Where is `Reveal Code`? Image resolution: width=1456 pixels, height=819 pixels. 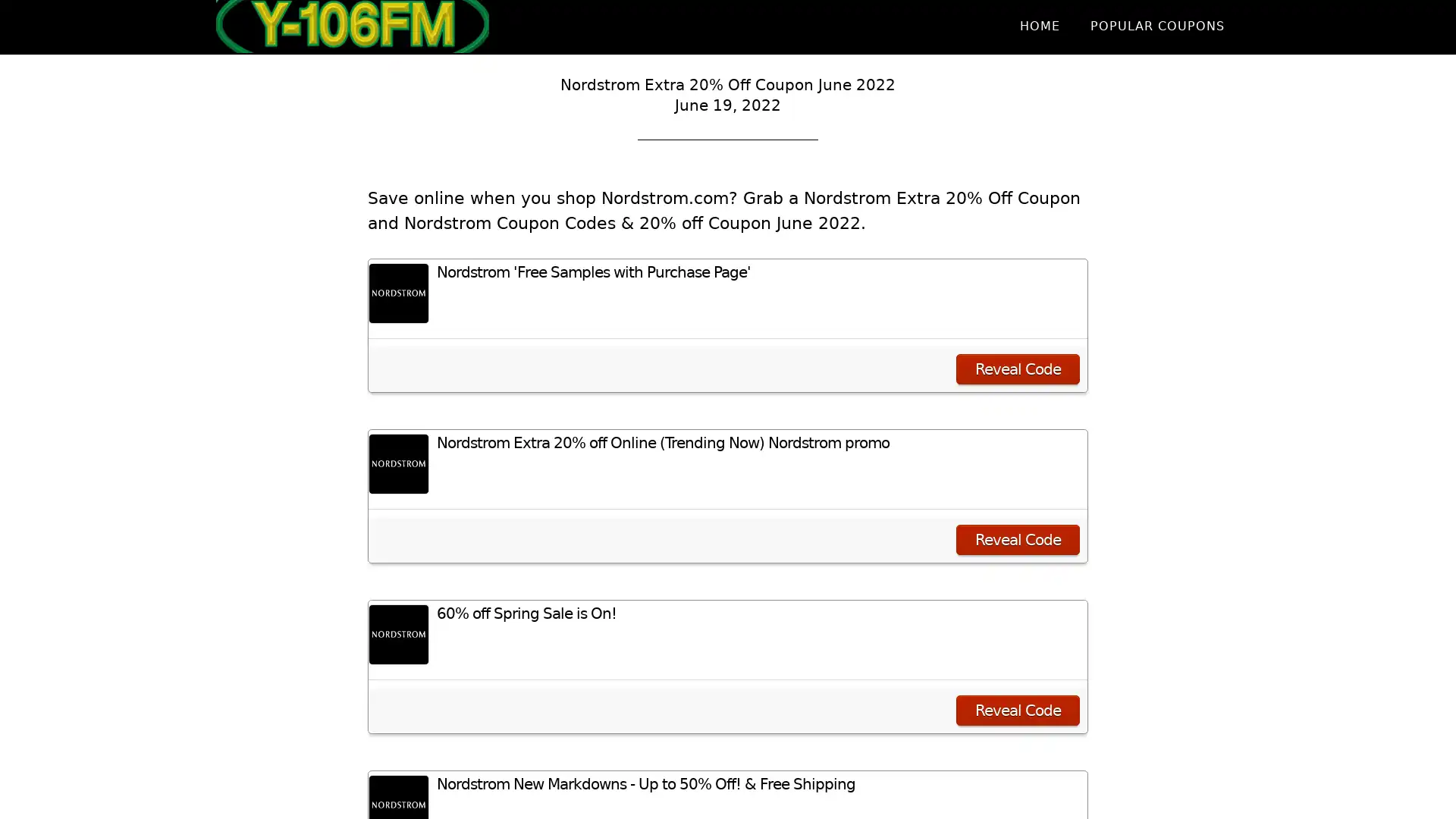 Reveal Code is located at coordinates (1018, 369).